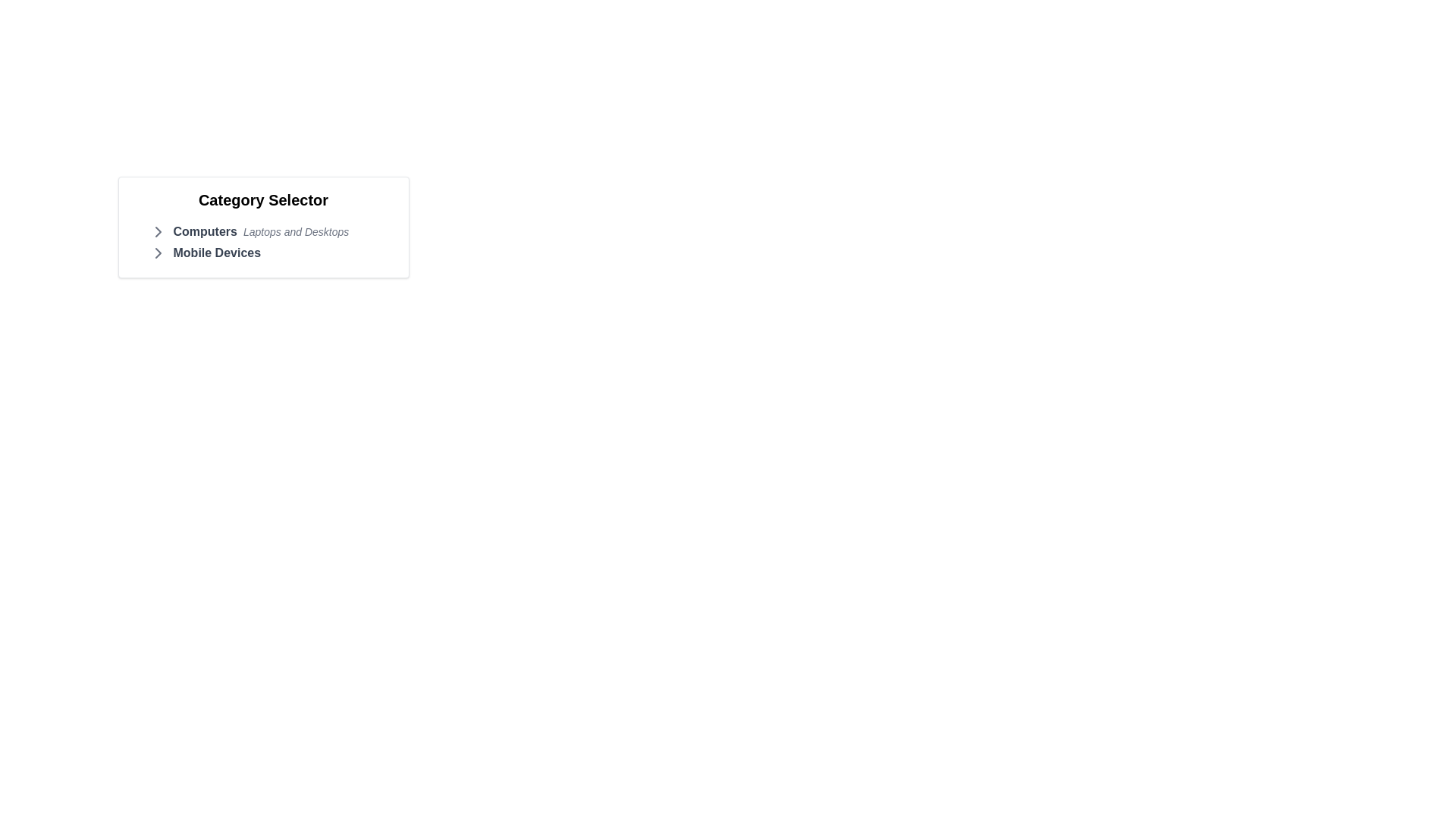  I want to click on the small rightward arrow icon next to the 'Mobile Devices' text in the 'Category Selector' section to indicate navigation or expand functionality, so click(158, 253).